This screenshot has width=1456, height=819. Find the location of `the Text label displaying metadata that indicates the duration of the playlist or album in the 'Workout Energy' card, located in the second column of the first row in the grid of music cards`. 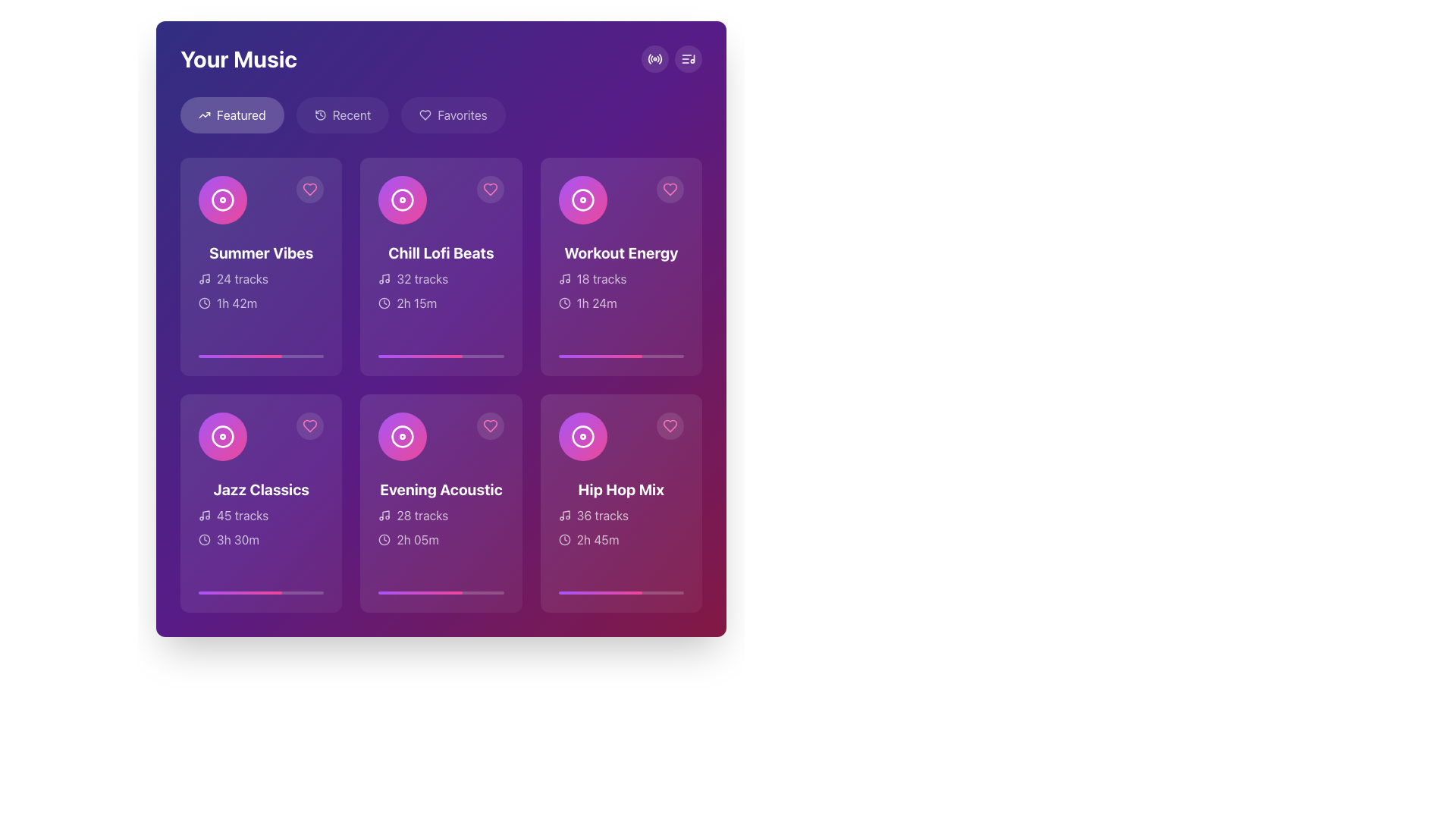

the Text label displaying metadata that indicates the duration of the playlist or album in the 'Workout Energy' card, located in the second column of the first row in the grid of music cards is located at coordinates (596, 303).